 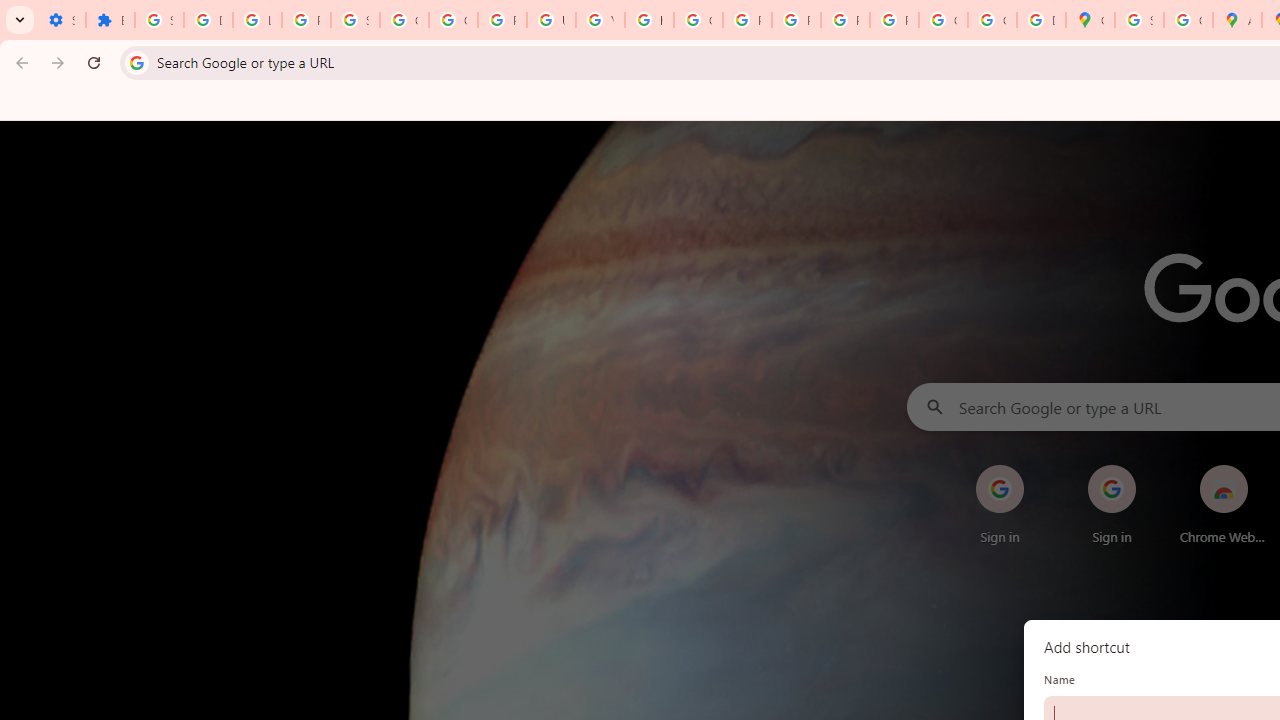 What do you see at coordinates (599, 20) in the screenshot?
I see `'YouTube'` at bounding box center [599, 20].